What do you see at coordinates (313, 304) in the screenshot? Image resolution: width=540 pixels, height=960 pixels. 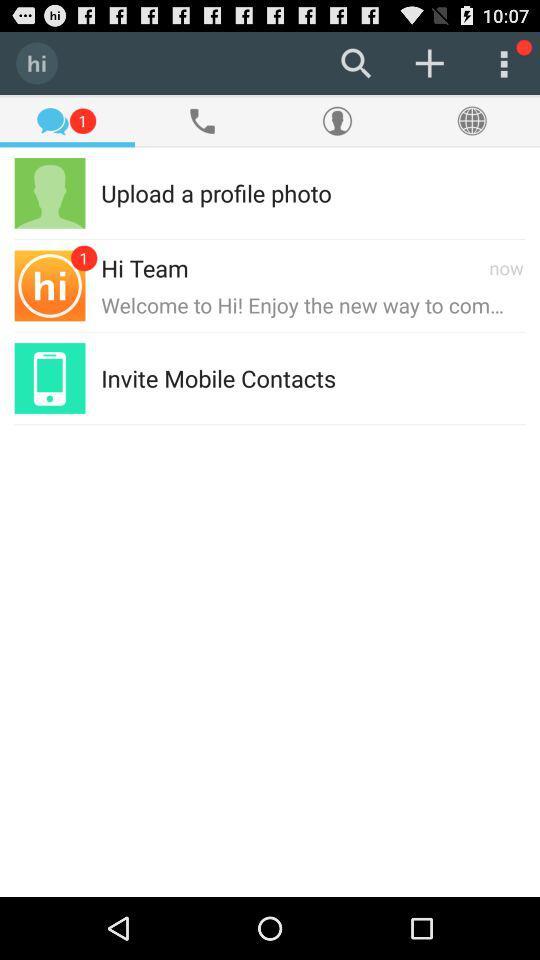 I see `the welcome to hi item` at bounding box center [313, 304].